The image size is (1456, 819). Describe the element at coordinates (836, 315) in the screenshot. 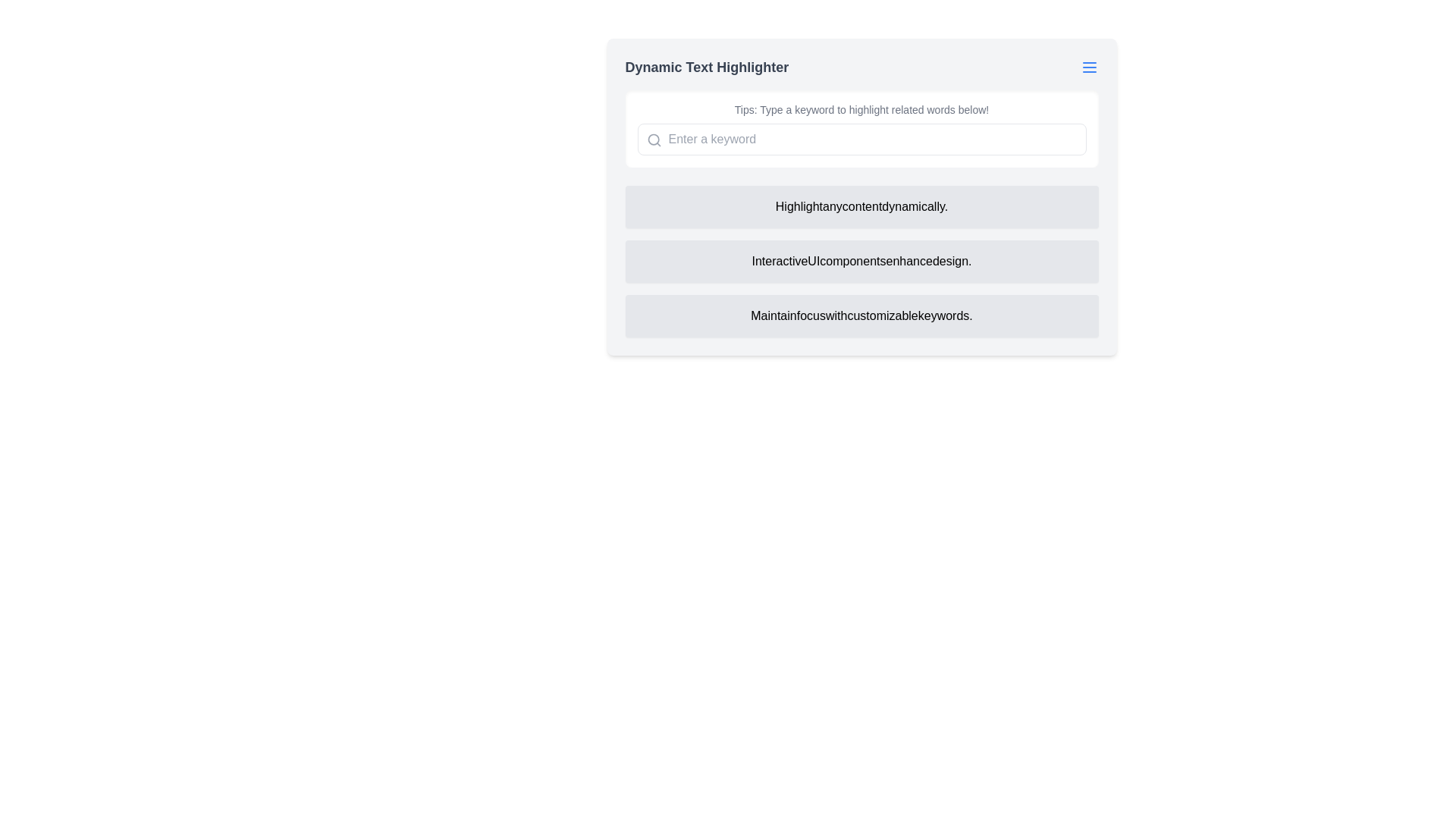

I see `the text element displaying 'with', which is the third word in the sentence 'Maintain focus with customizable keywords.'` at that location.